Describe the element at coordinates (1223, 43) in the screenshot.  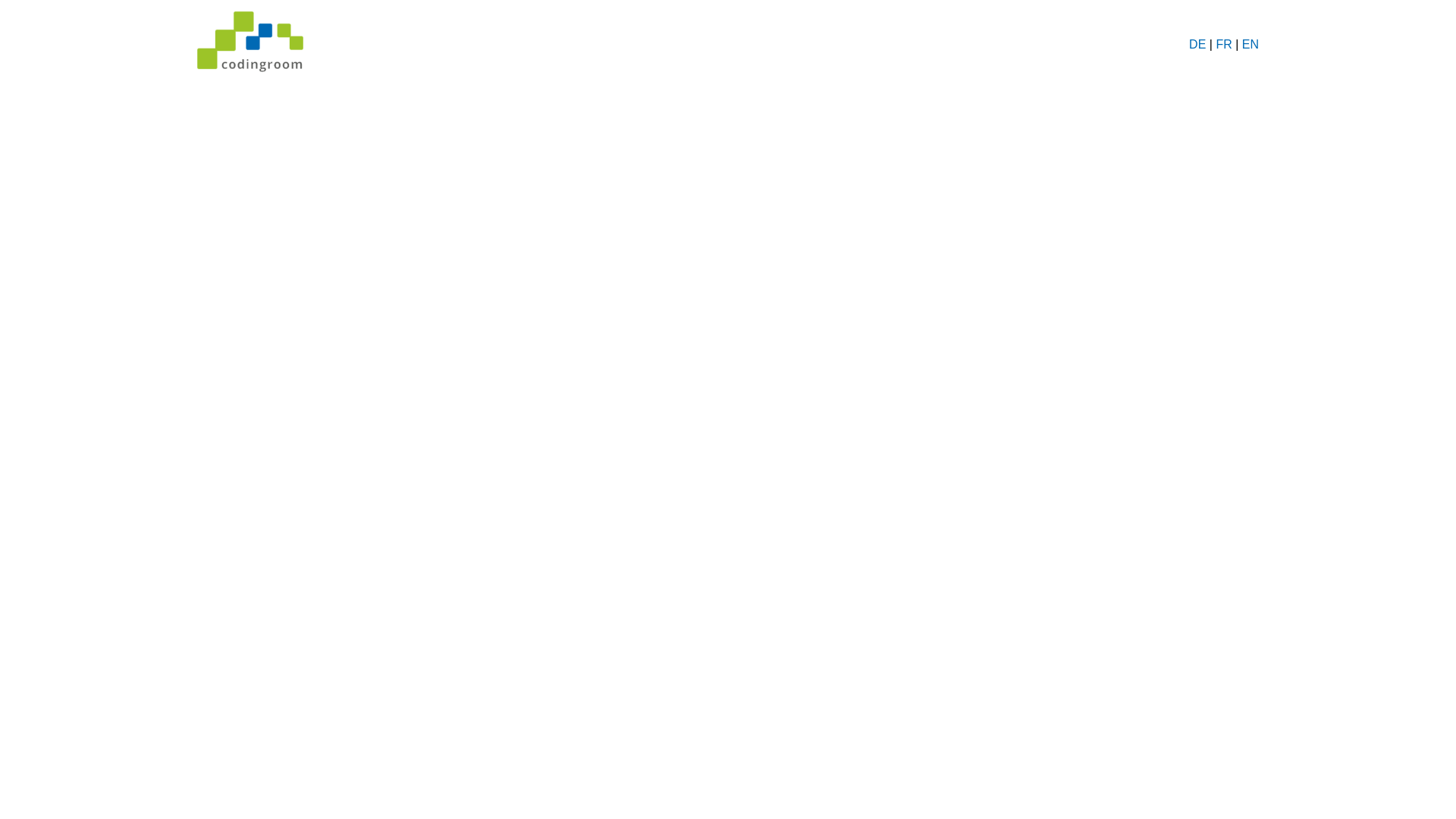
I see `'FR'` at that location.